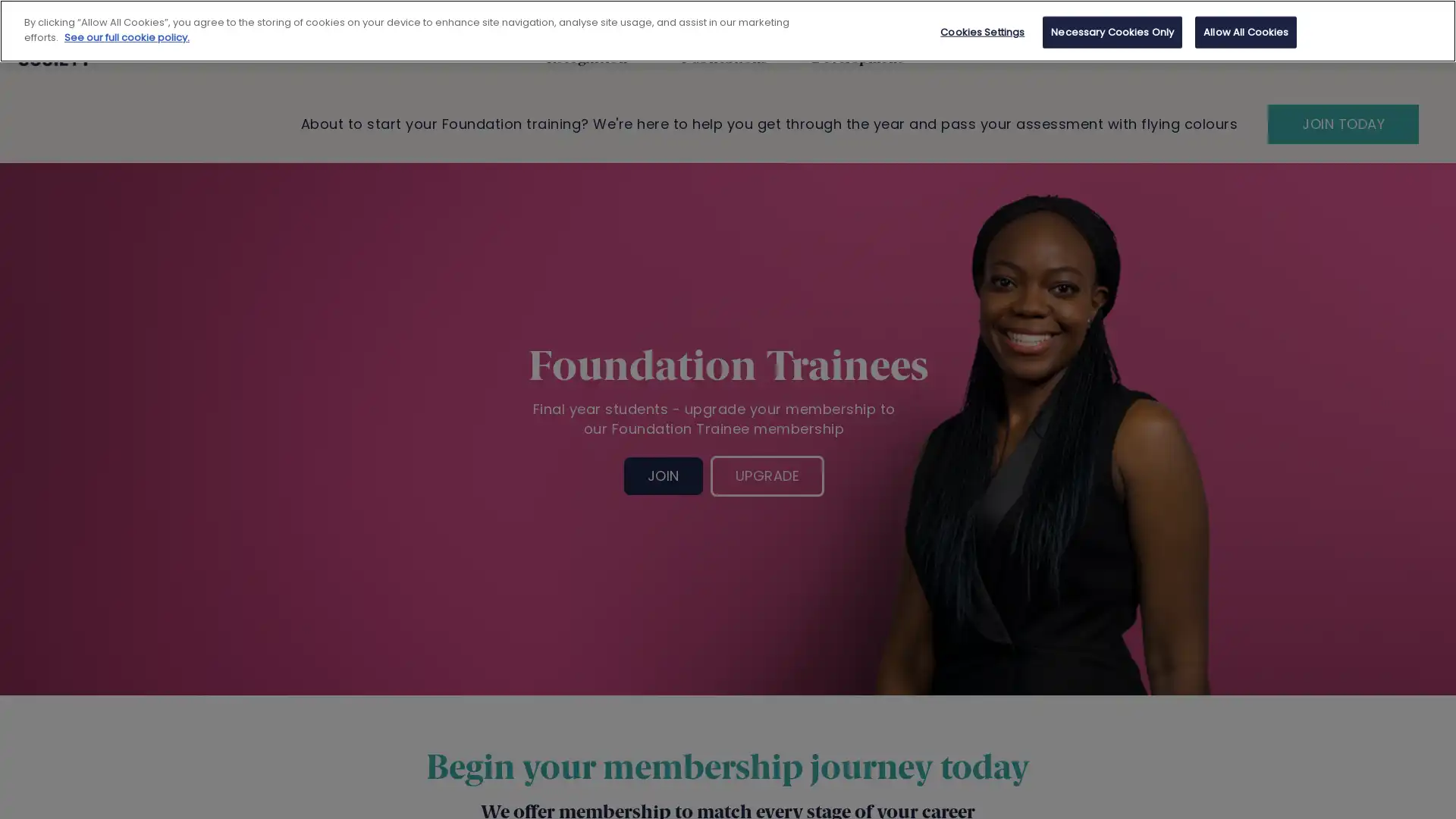  I want to click on Allow All Cookies, so click(1245, 32).